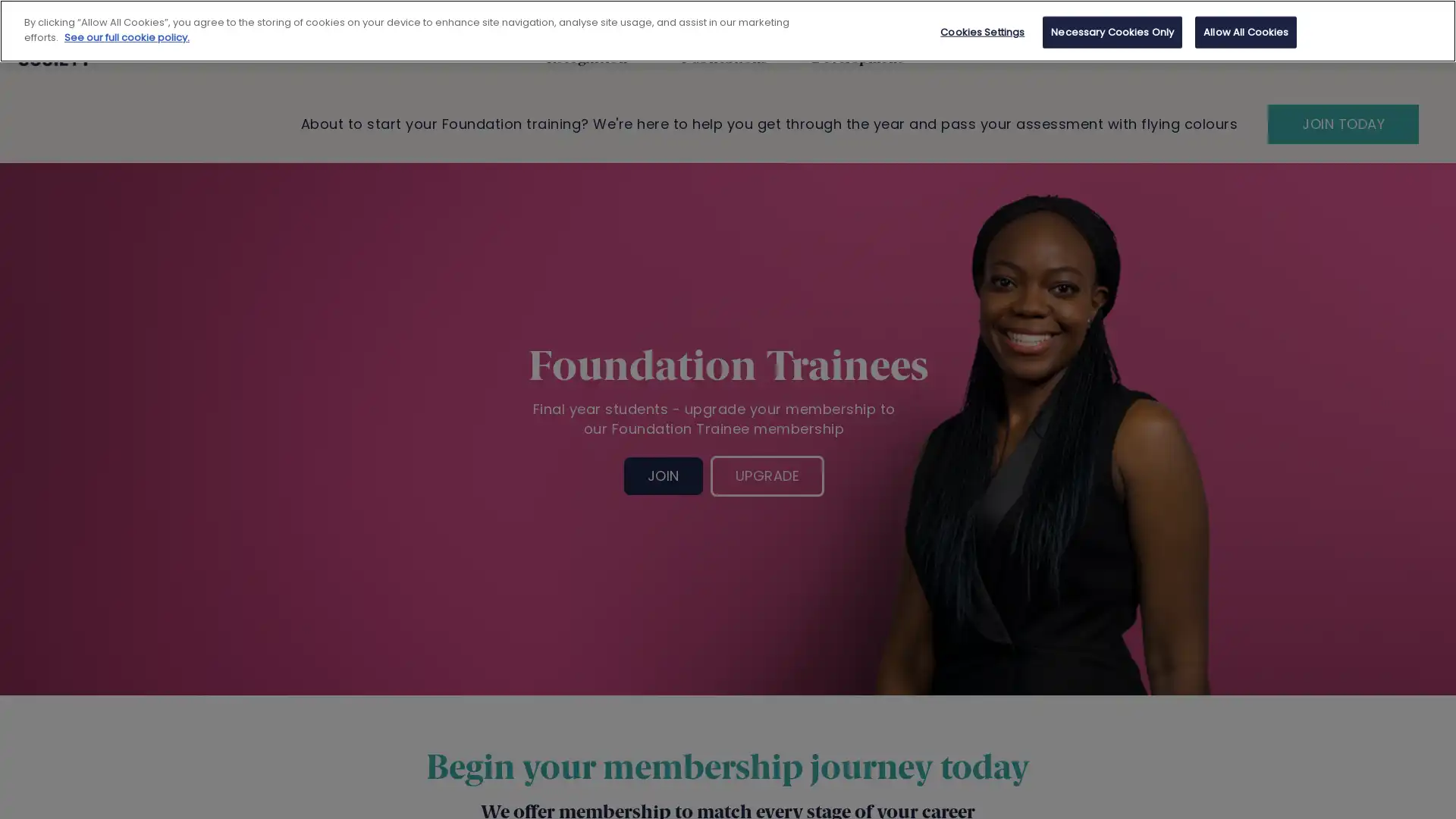  I want to click on Allow All Cookies, so click(1245, 32).